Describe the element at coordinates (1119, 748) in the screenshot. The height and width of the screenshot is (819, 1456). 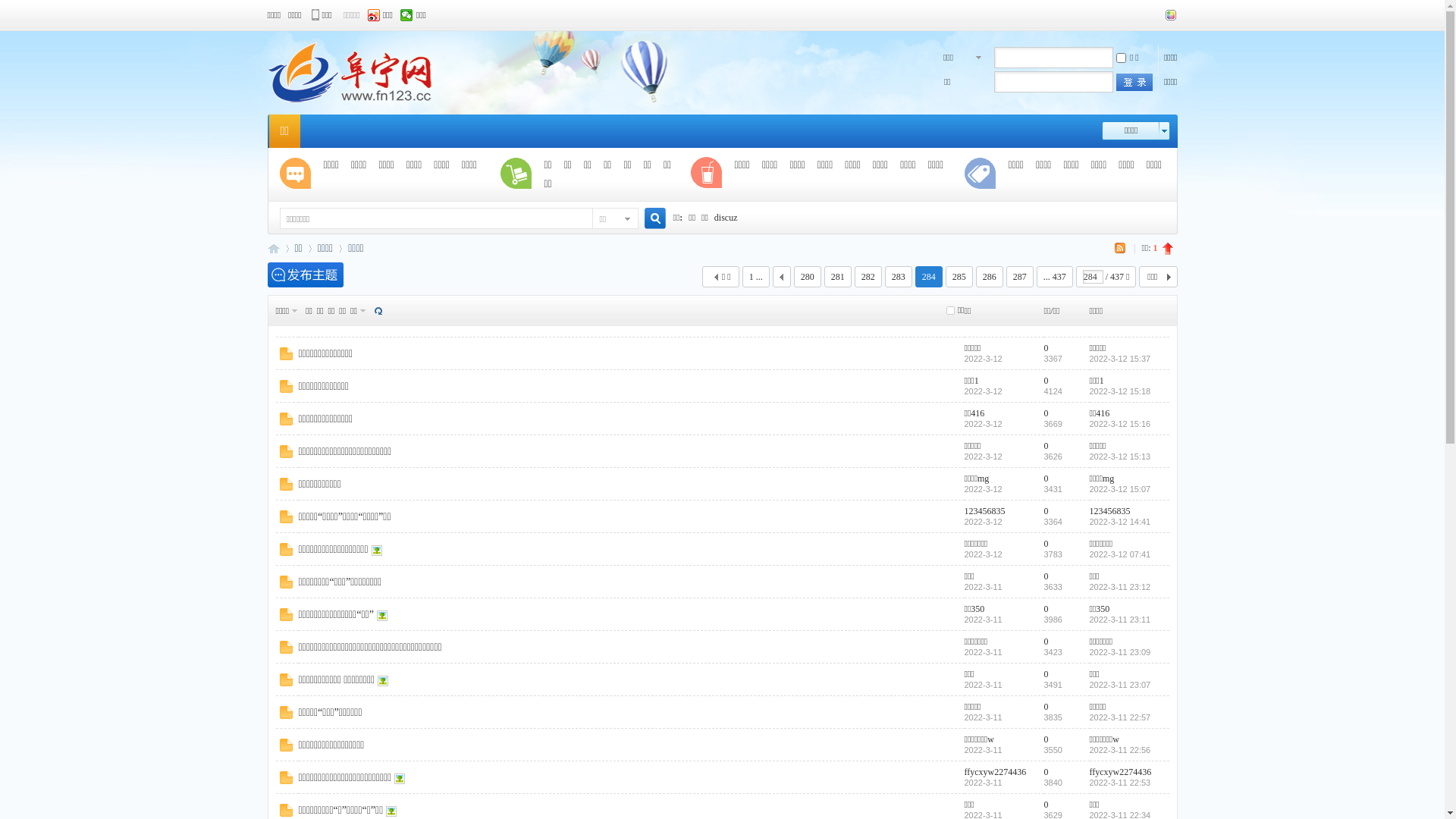
I see `'2022-3-11 22:56'` at that location.